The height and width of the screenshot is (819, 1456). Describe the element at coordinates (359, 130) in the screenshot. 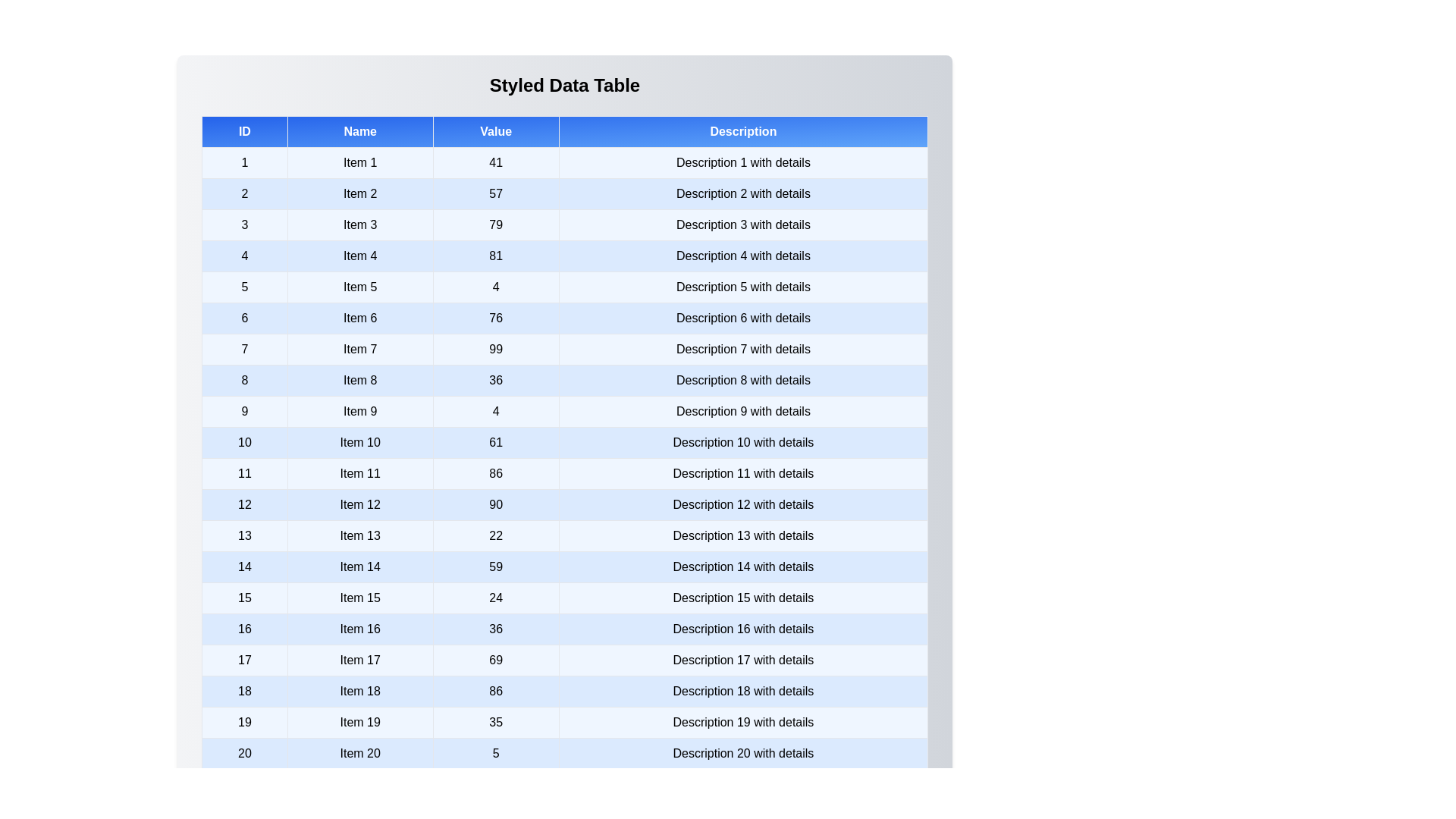

I see `the column header Name to sort the table by that column` at that location.